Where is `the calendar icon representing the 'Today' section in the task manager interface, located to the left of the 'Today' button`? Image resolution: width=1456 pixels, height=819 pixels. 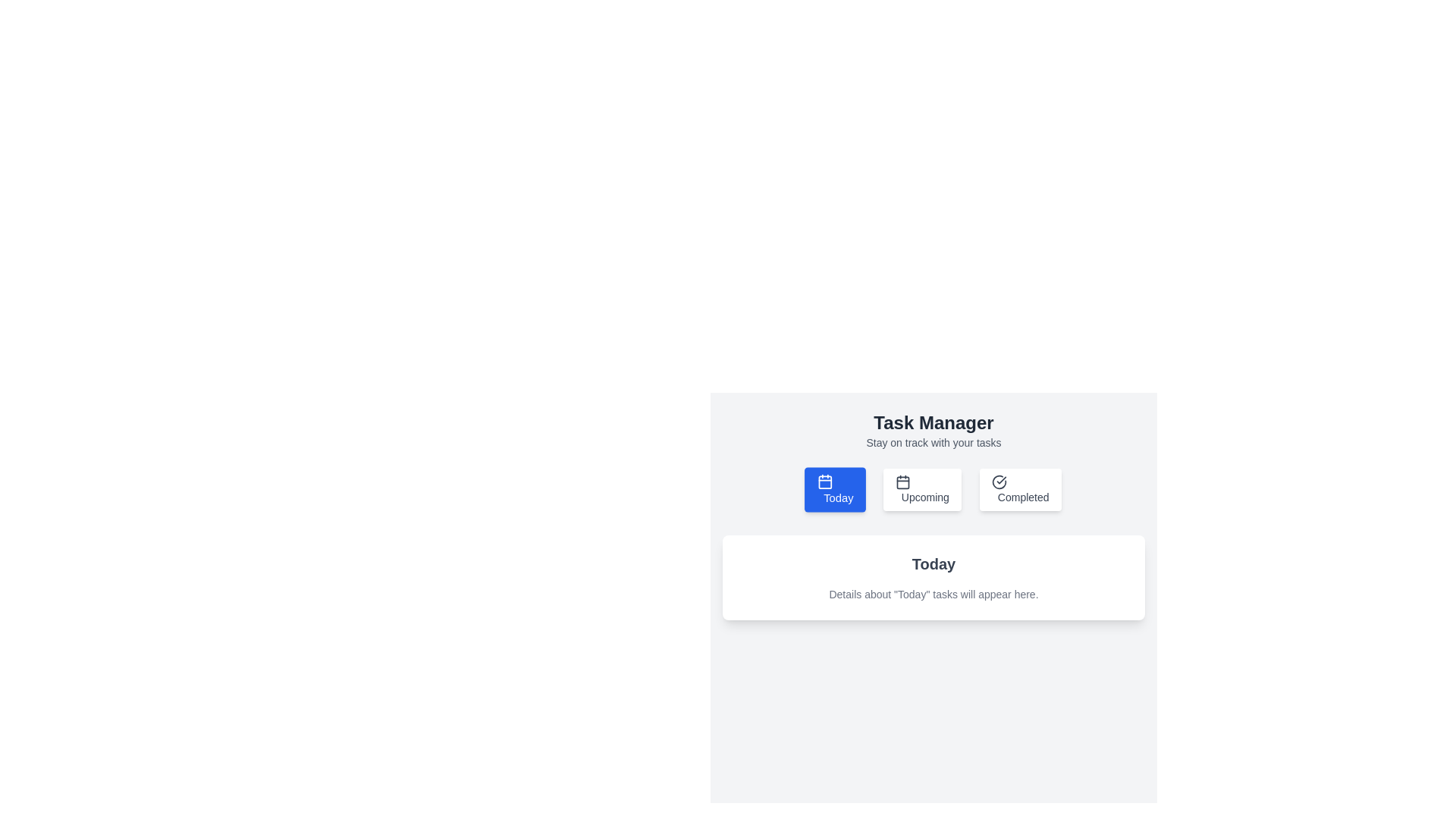
the calendar icon representing the 'Today' section in the task manager interface, located to the left of the 'Today' button is located at coordinates (824, 482).